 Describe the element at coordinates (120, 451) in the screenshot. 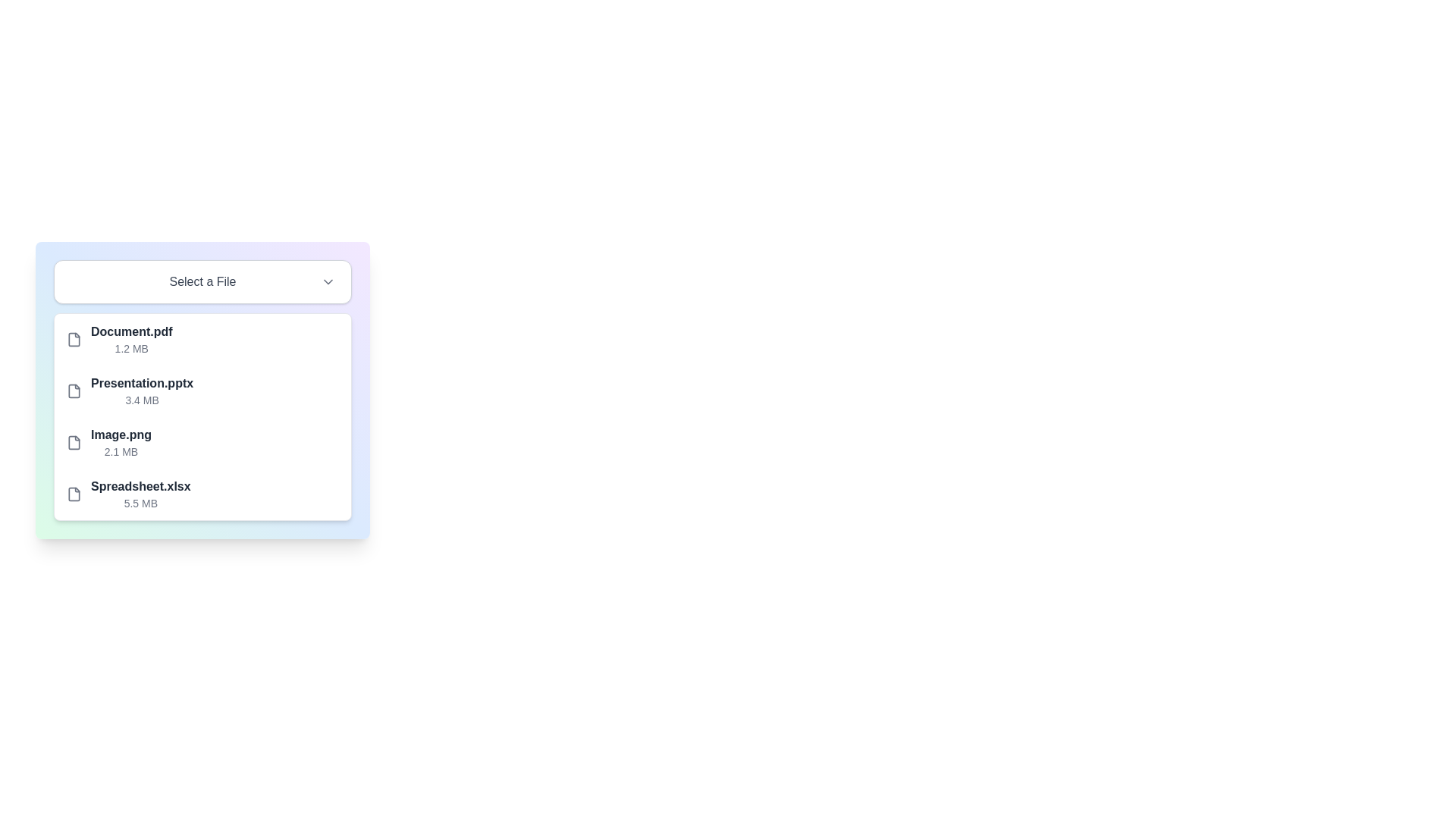

I see `the static text label displaying '2.1 MB', which is located directly below the file name 'Image.png' in the file list widget` at that location.